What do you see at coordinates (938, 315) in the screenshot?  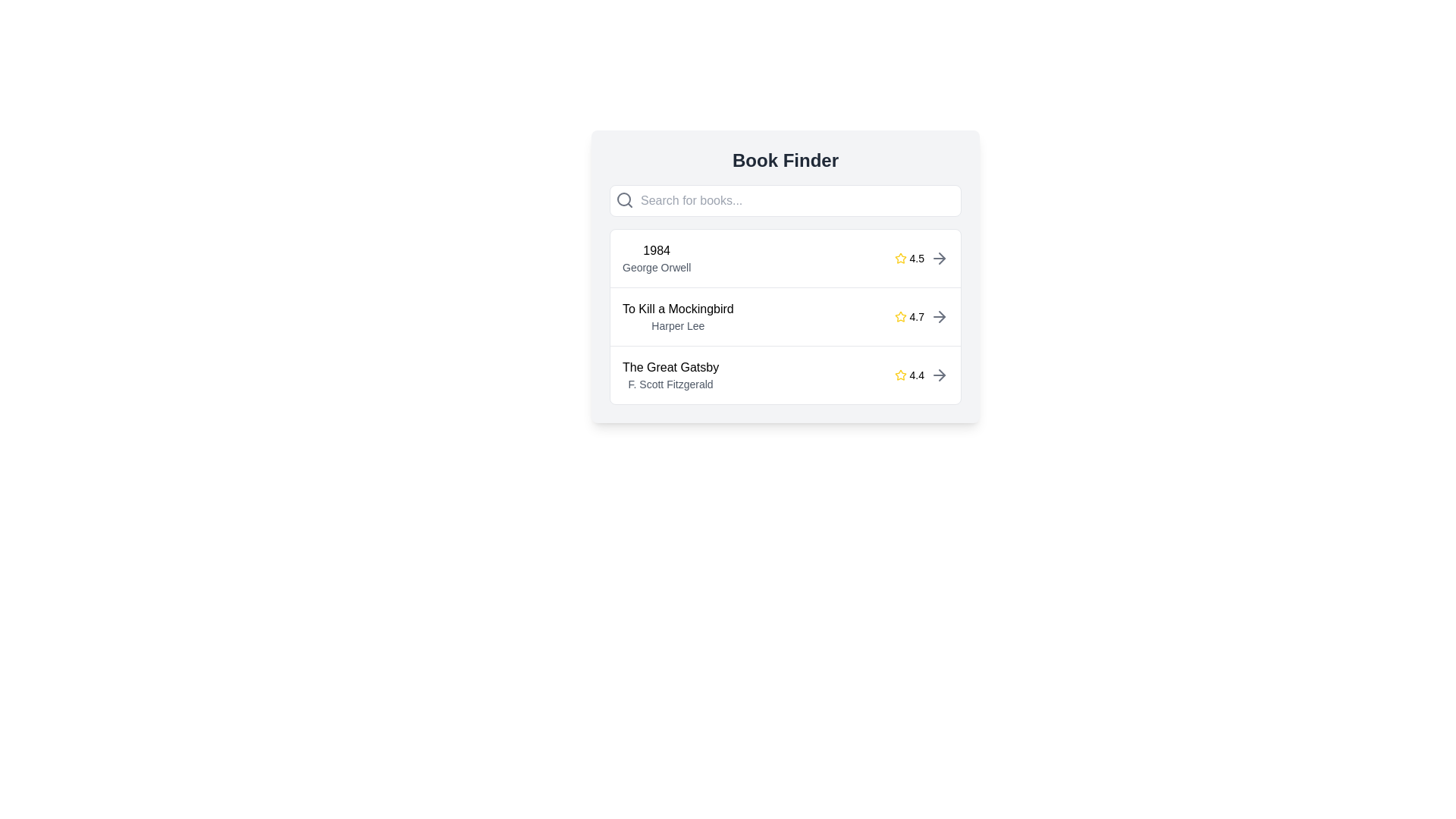 I see `the navigation icon for the book 'To Kill a Mockingbird' located in the second list entry, positioned to the far right next to the rating '4.7'` at bounding box center [938, 315].